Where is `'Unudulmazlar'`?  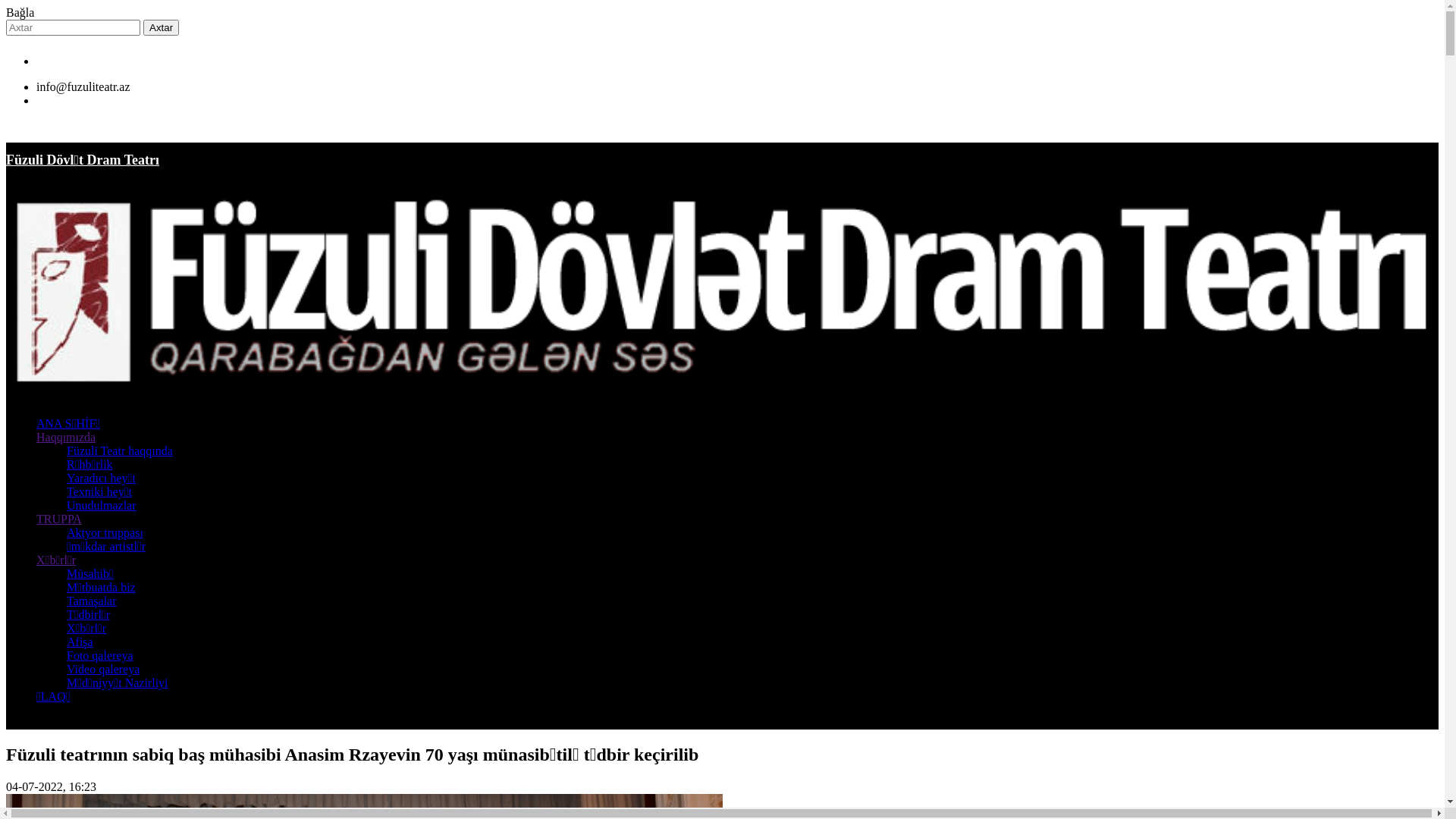 'Unudulmazlar' is located at coordinates (101, 505).